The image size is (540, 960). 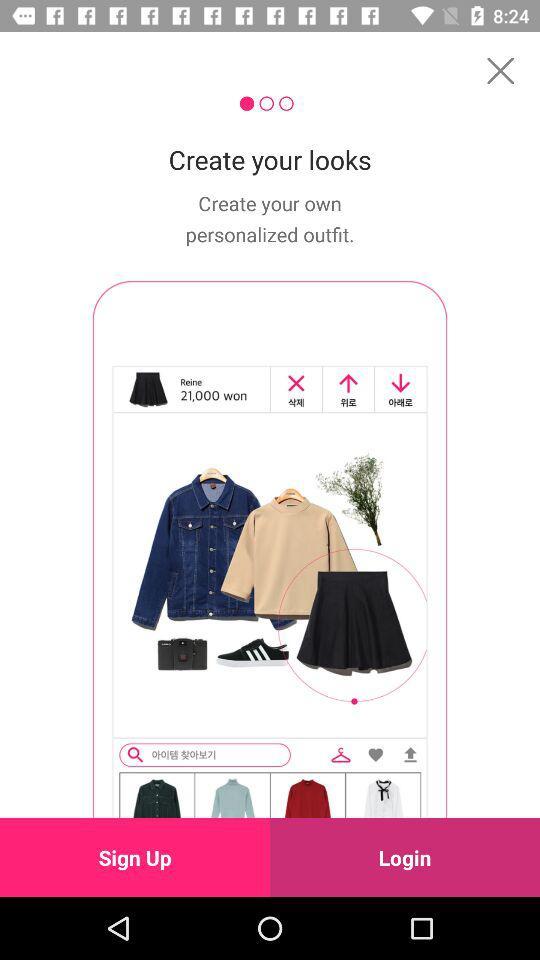 I want to click on the icon next to login icon, so click(x=135, y=856).